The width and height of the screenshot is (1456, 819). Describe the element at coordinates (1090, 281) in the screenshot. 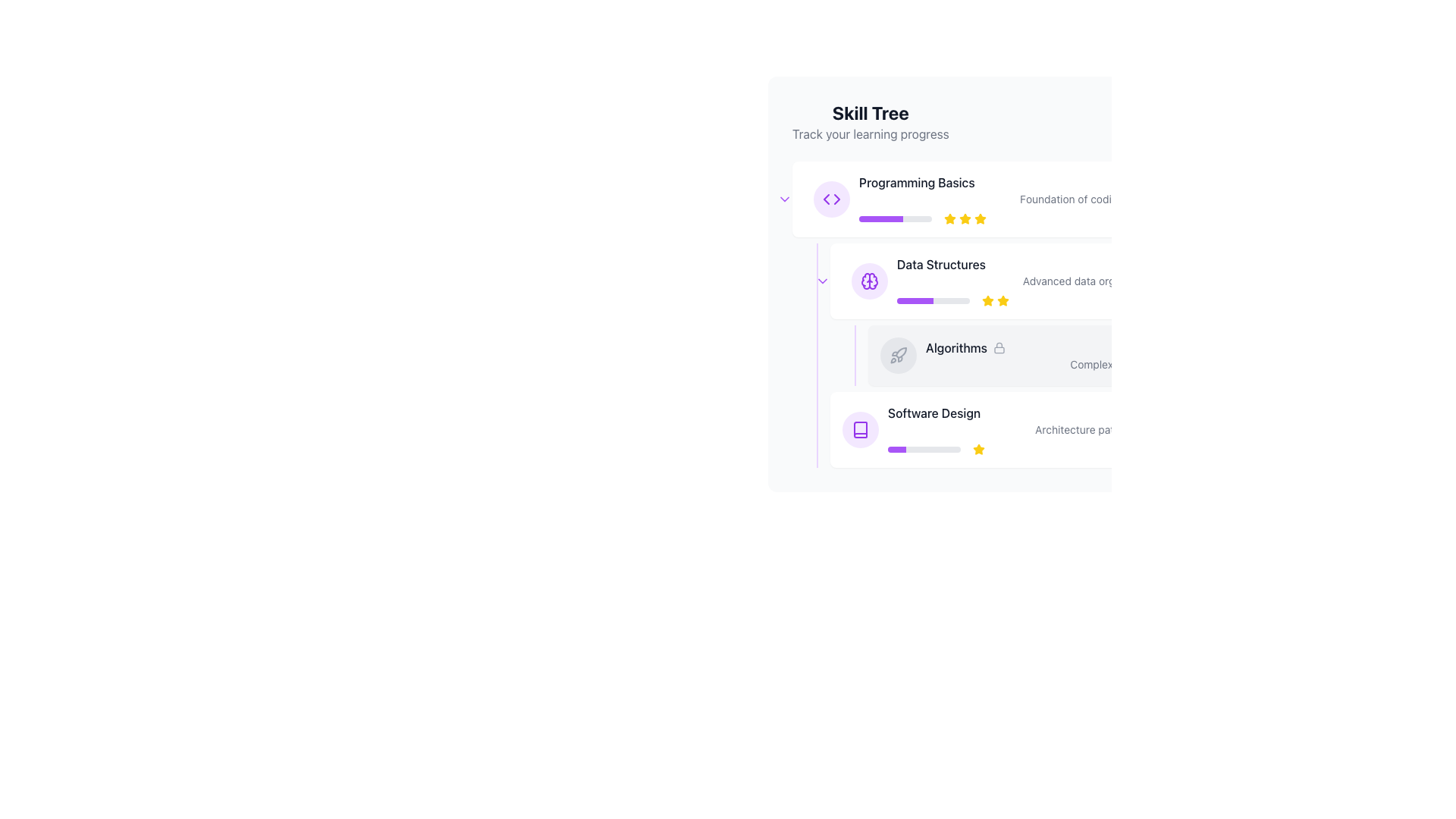

I see `the textual label component displaying the title 'Data Structures' and subtitle 'Advanced data organization'` at that location.